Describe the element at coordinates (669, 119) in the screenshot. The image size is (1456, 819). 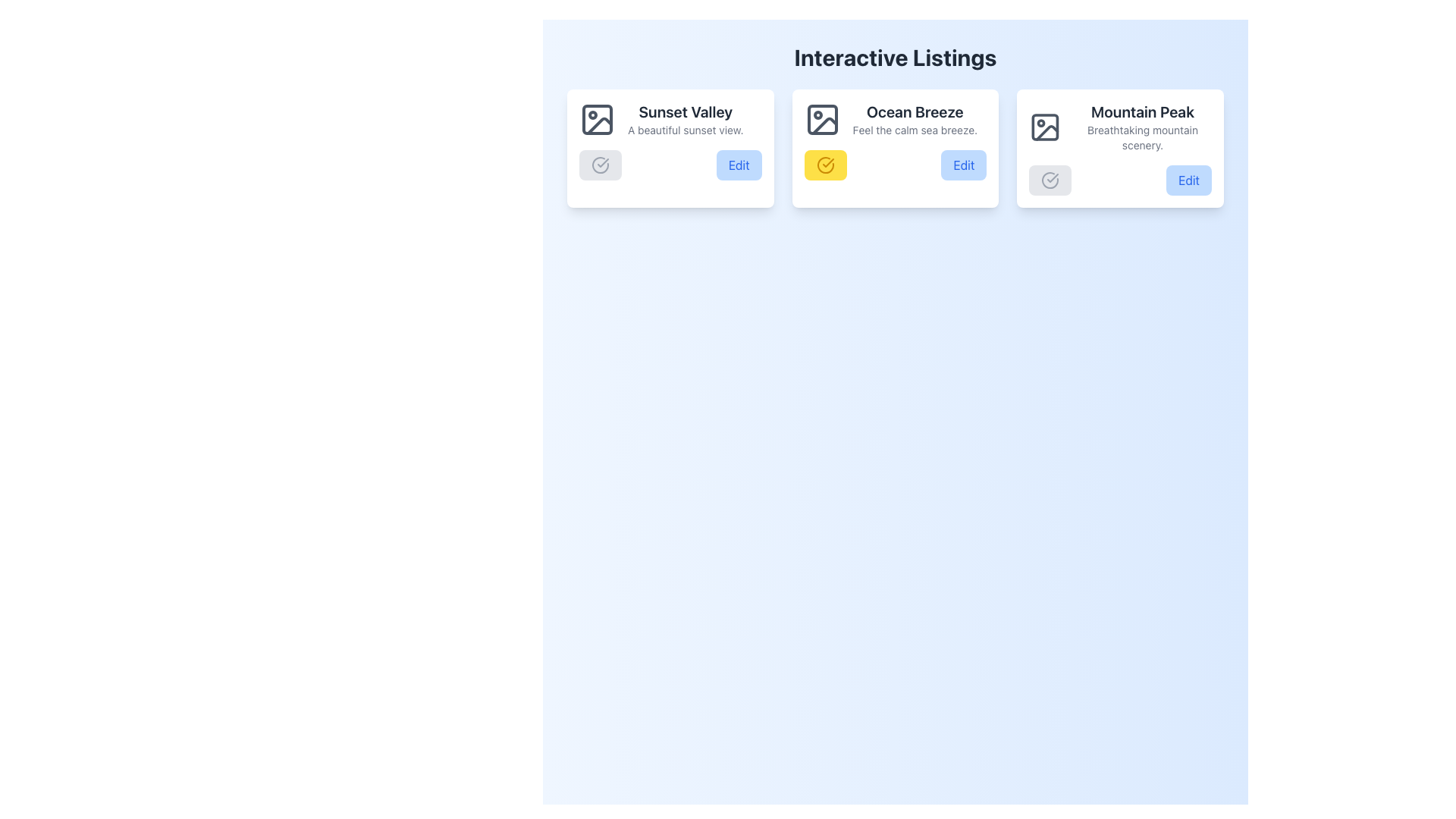
I see `the header text 'Sunset Valley' of the first list item, which features a prominent icon and a secondary description, for interaction` at that location.